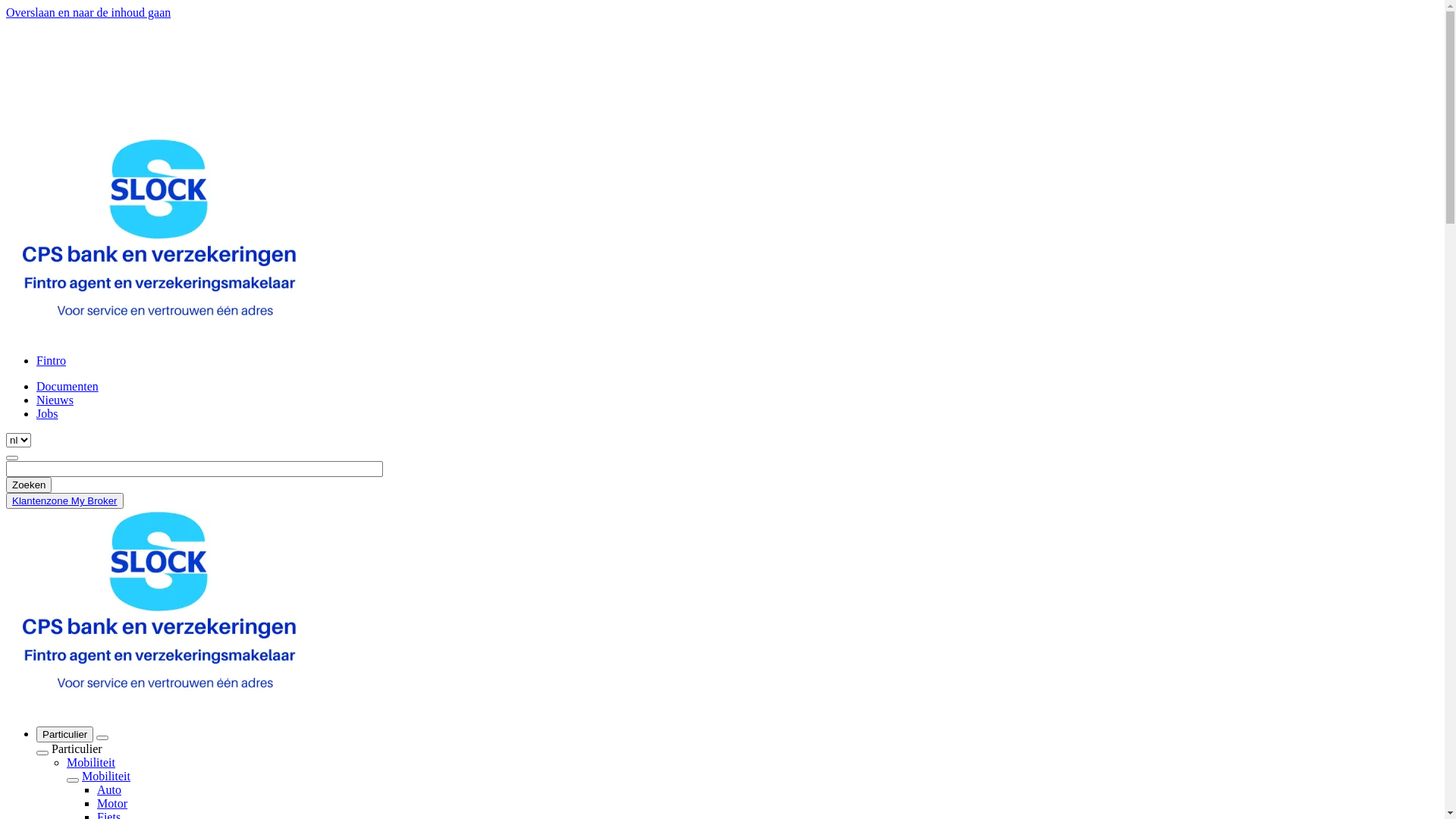 The height and width of the screenshot is (819, 1456). Describe the element at coordinates (6, 485) in the screenshot. I see `'Zoeken'` at that location.